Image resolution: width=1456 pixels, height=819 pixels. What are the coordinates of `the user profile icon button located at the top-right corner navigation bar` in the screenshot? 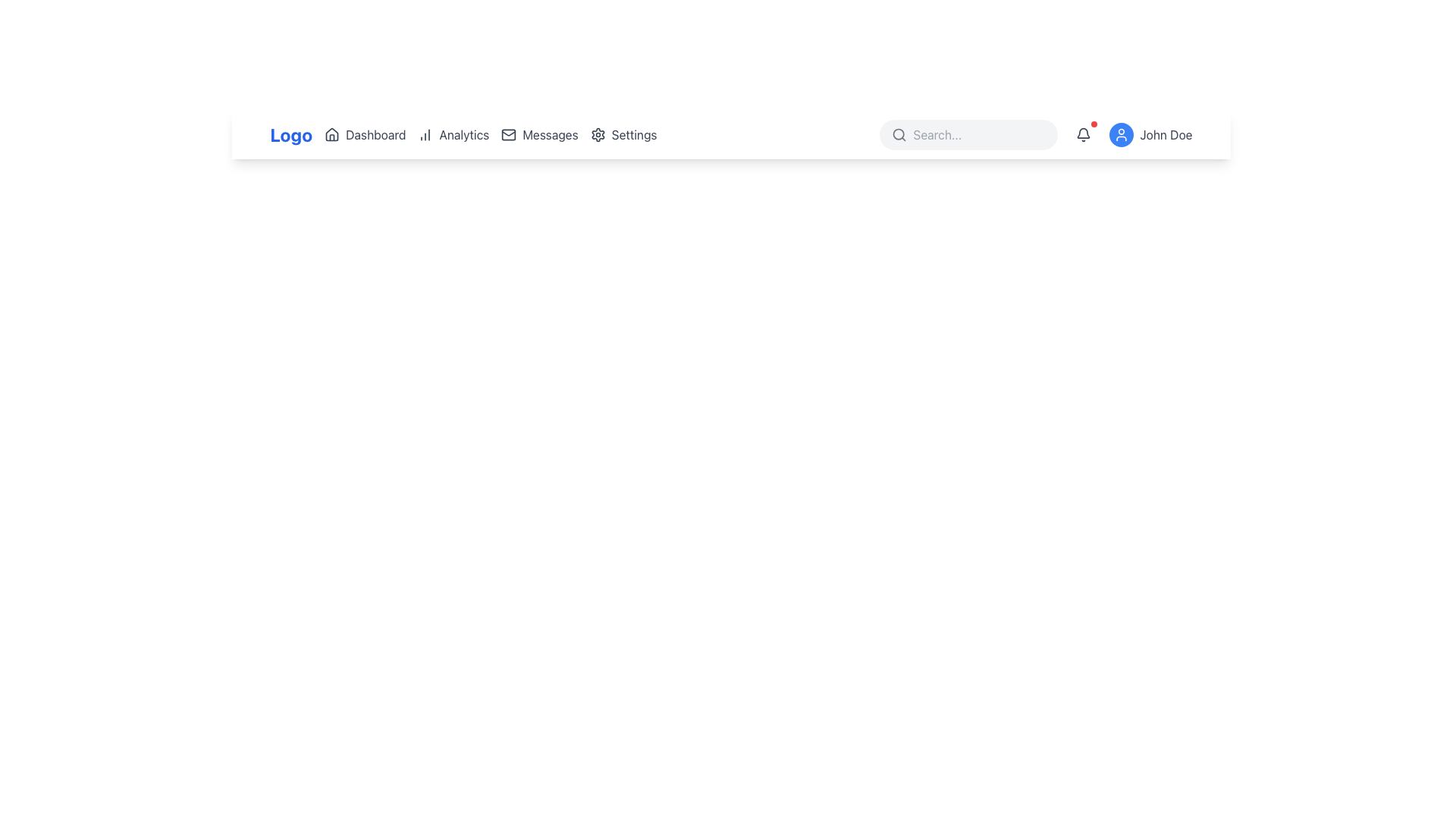 It's located at (1122, 133).